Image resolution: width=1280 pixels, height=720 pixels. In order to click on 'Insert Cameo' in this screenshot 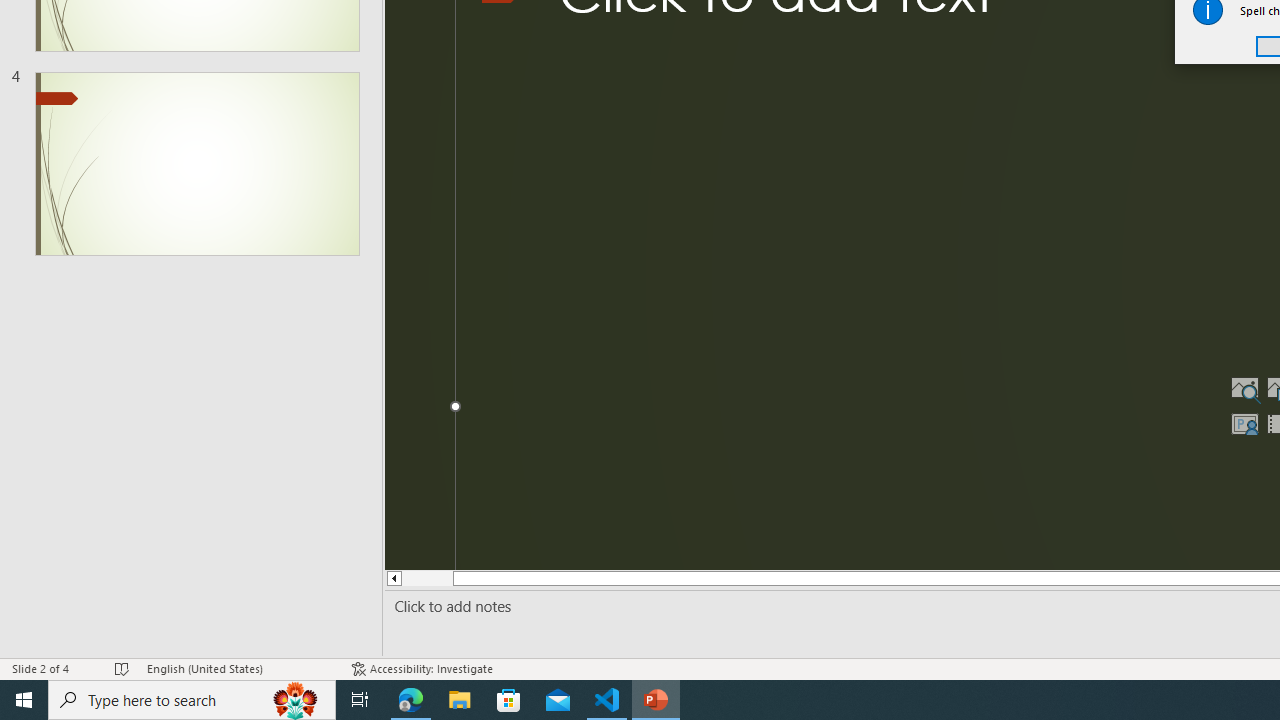, I will do `click(1243, 423)`.